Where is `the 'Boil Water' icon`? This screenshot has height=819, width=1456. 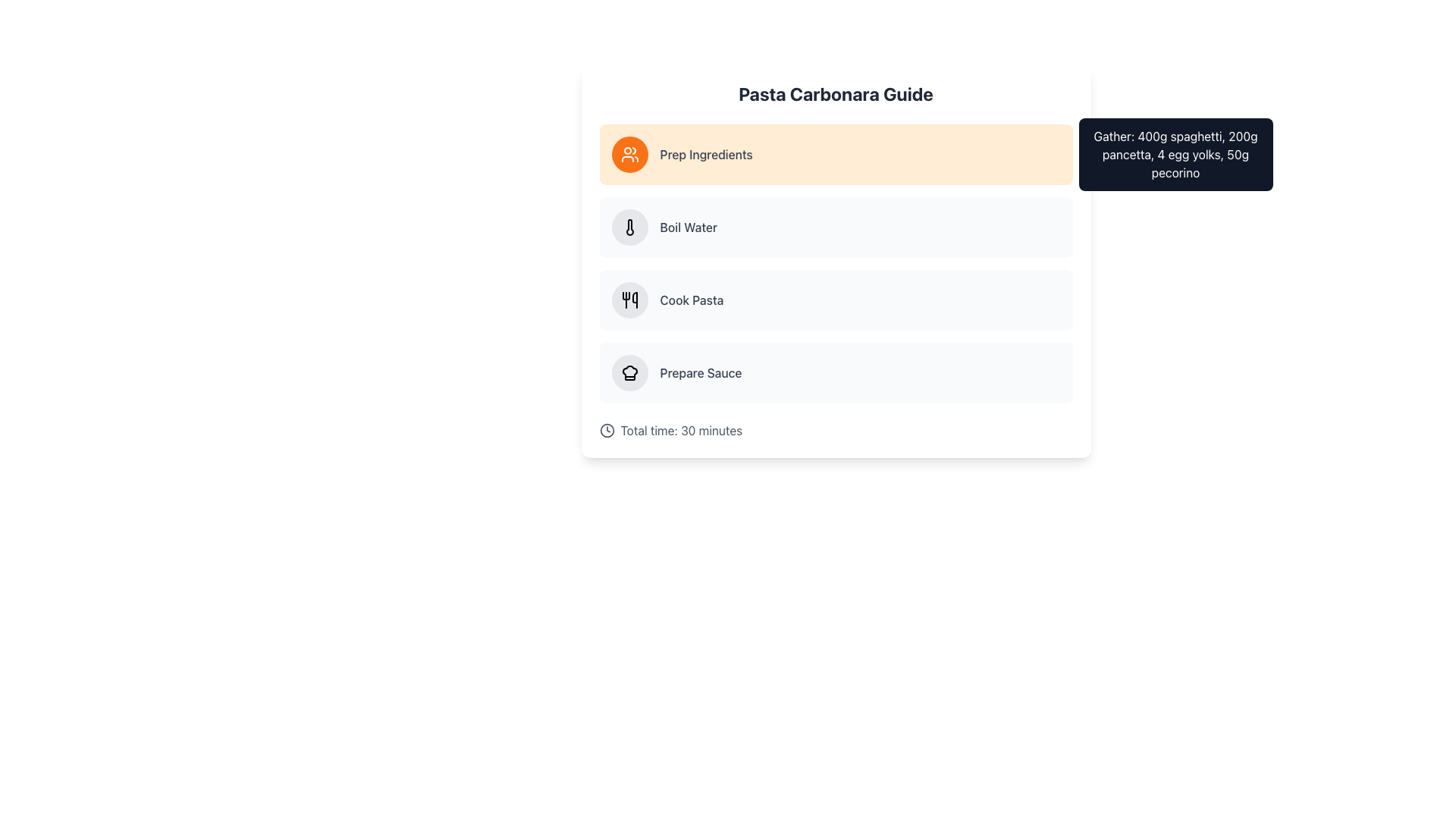
the 'Boil Water' icon is located at coordinates (629, 227).